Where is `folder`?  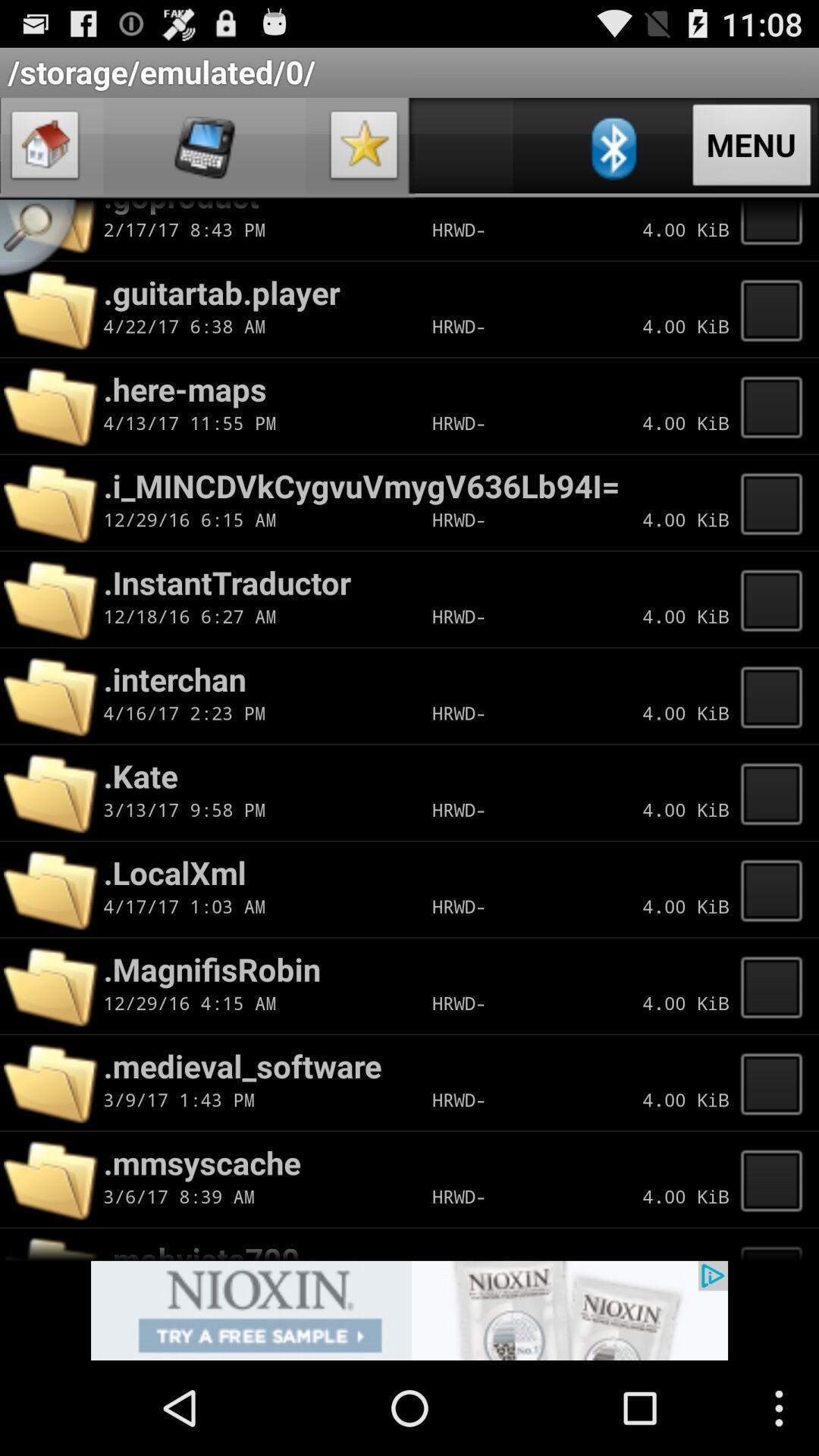
folder is located at coordinates (776, 792).